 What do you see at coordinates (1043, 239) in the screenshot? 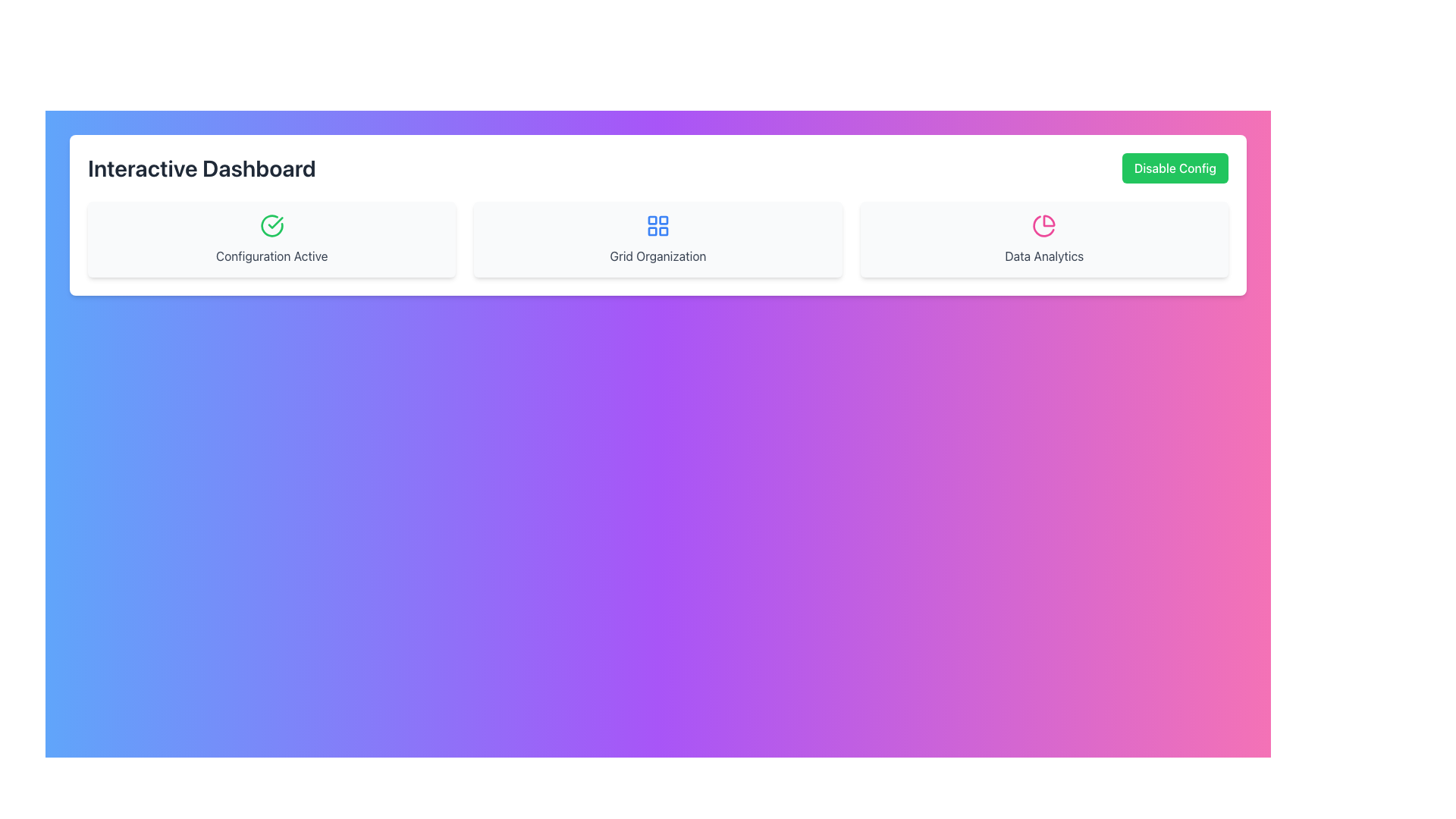
I see `the third card in the grid layout that features a pink pie chart icon and the text 'Data Analytics' in dark gray` at bounding box center [1043, 239].